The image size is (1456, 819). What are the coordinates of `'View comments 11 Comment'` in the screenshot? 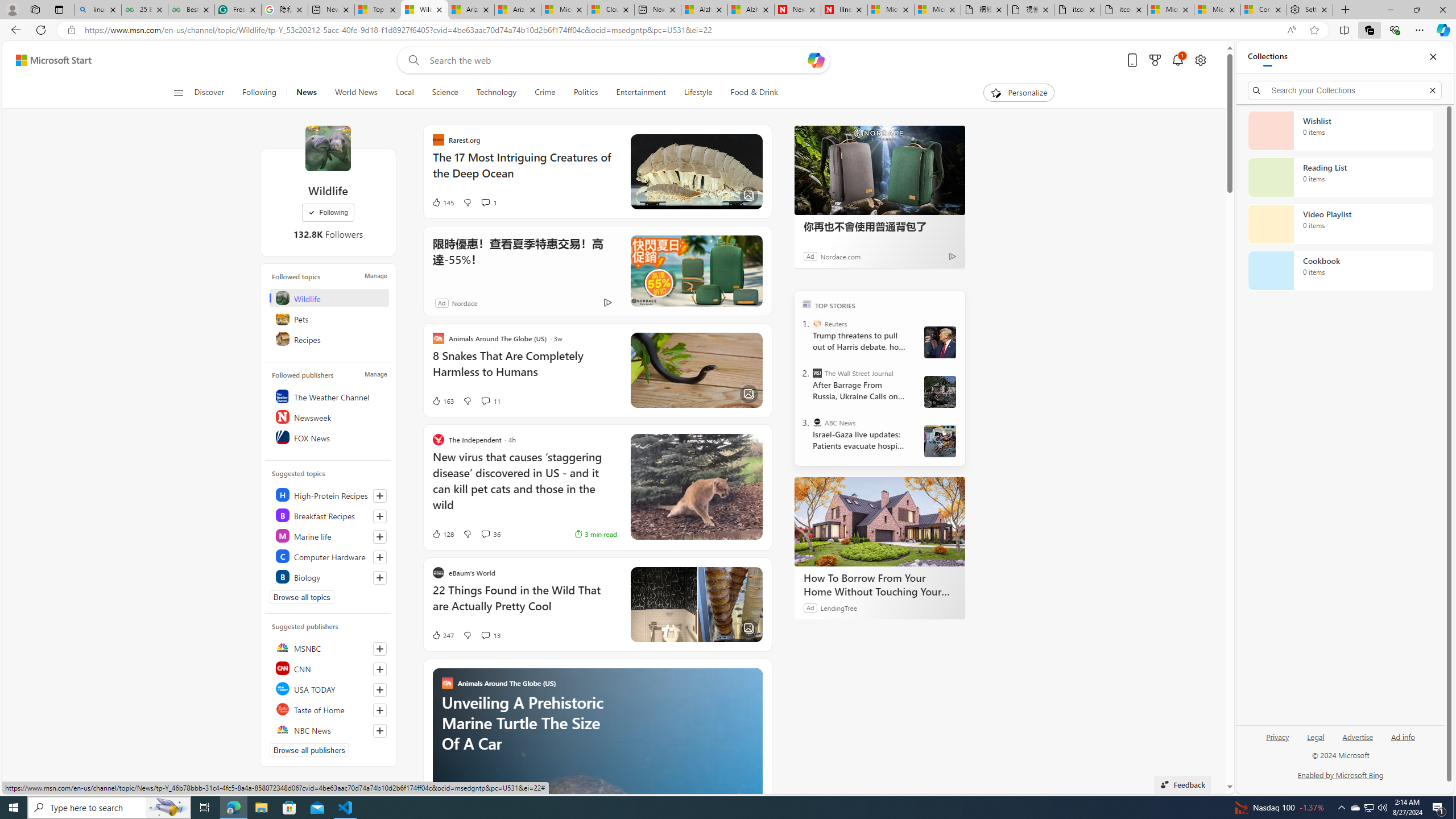 It's located at (485, 400).